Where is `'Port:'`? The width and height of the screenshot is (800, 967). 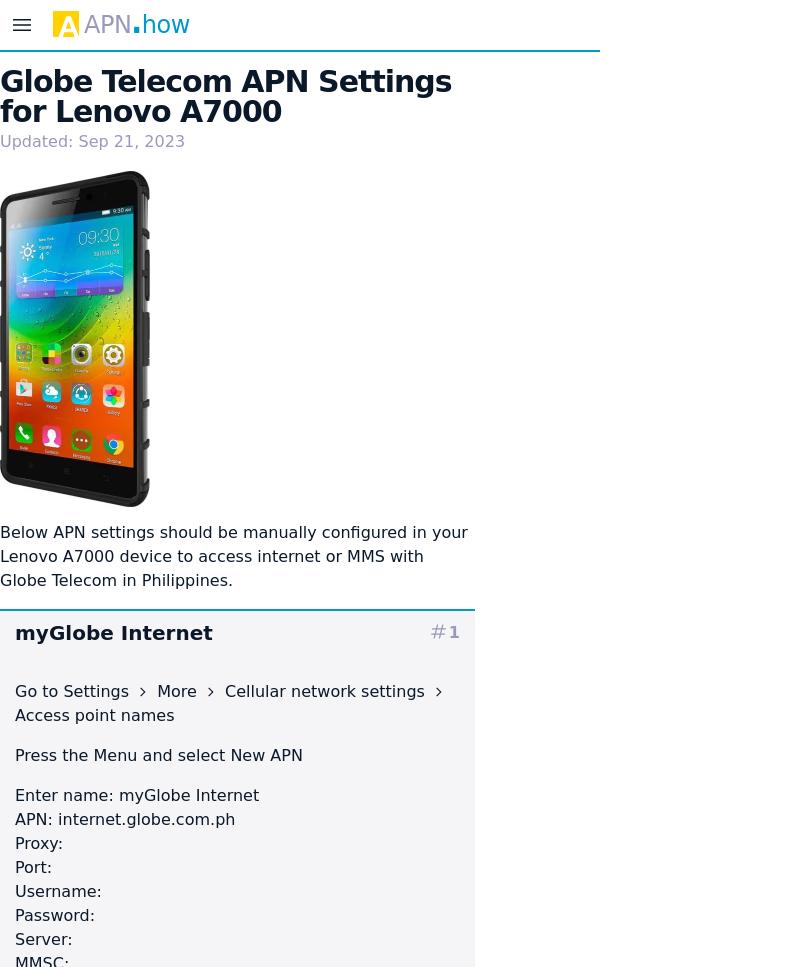
'Port:' is located at coordinates (33, 865).